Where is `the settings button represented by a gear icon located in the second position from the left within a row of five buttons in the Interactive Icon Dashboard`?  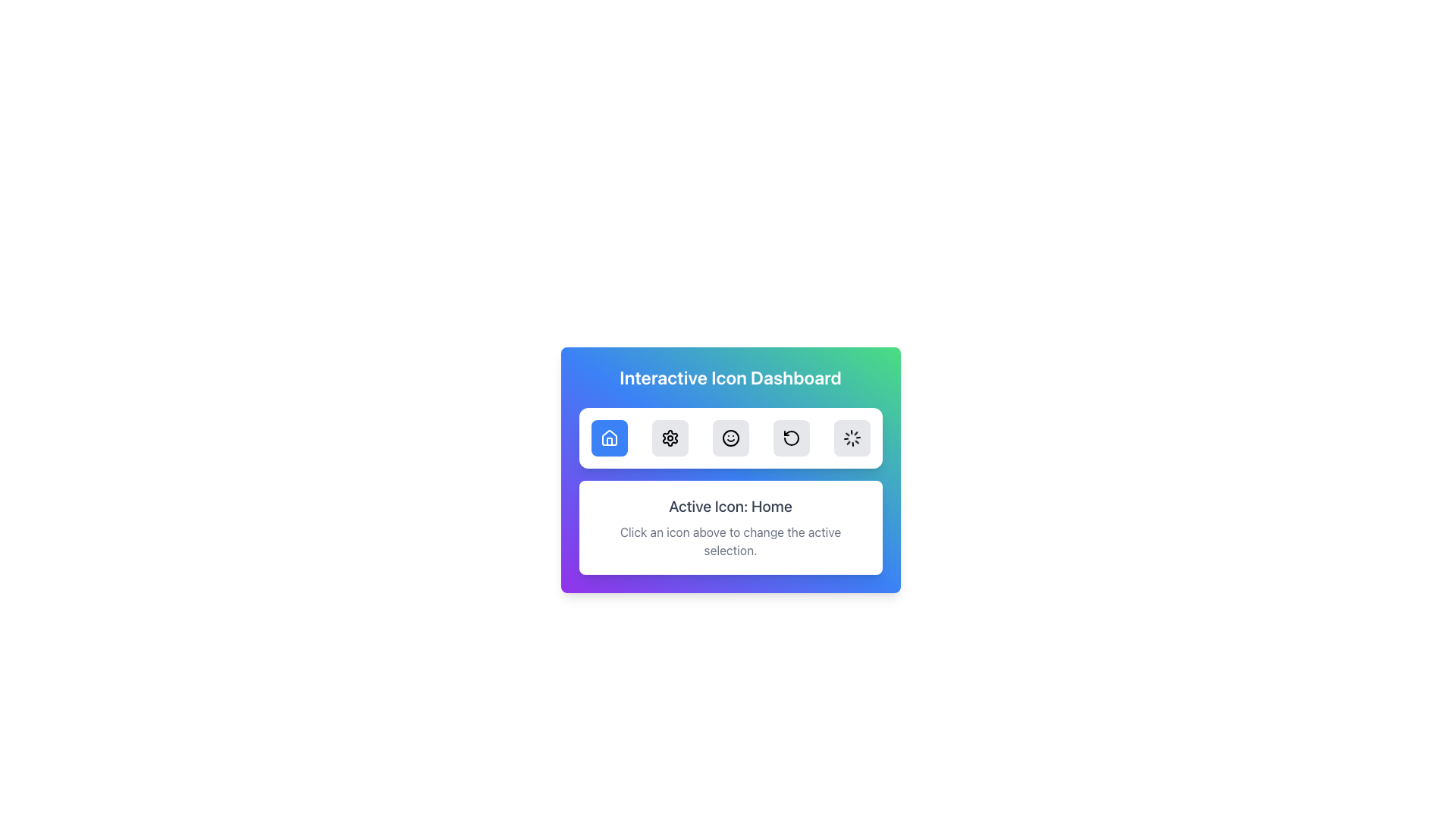 the settings button represented by a gear icon located in the second position from the left within a row of five buttons in the Interactive Icon Dashboard is located at coordinates (669, 438).